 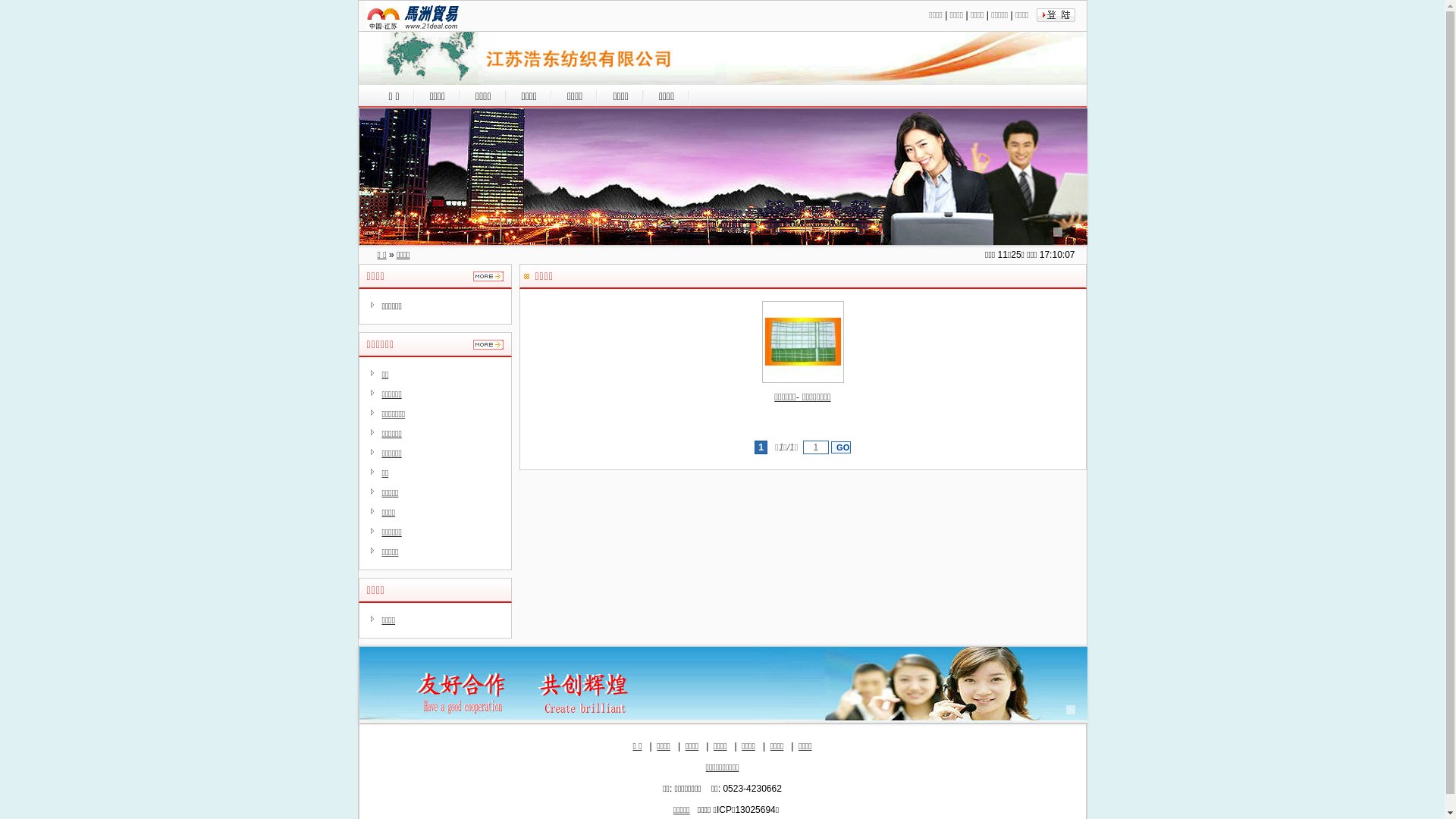 I want to click on 'GO', so click(x=830, y=447).